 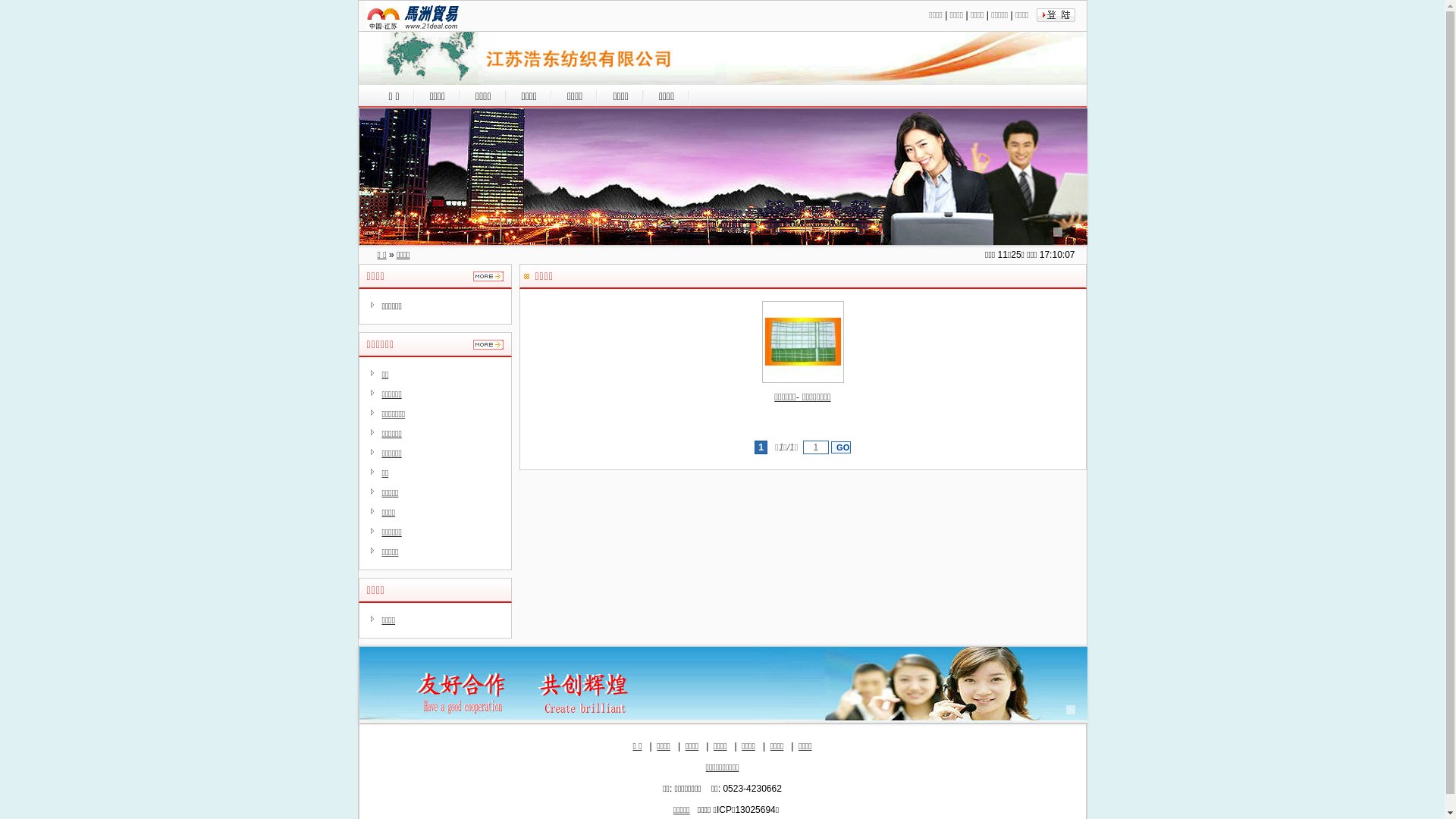 I want to click on 'GO', so click(x=830, y=447).